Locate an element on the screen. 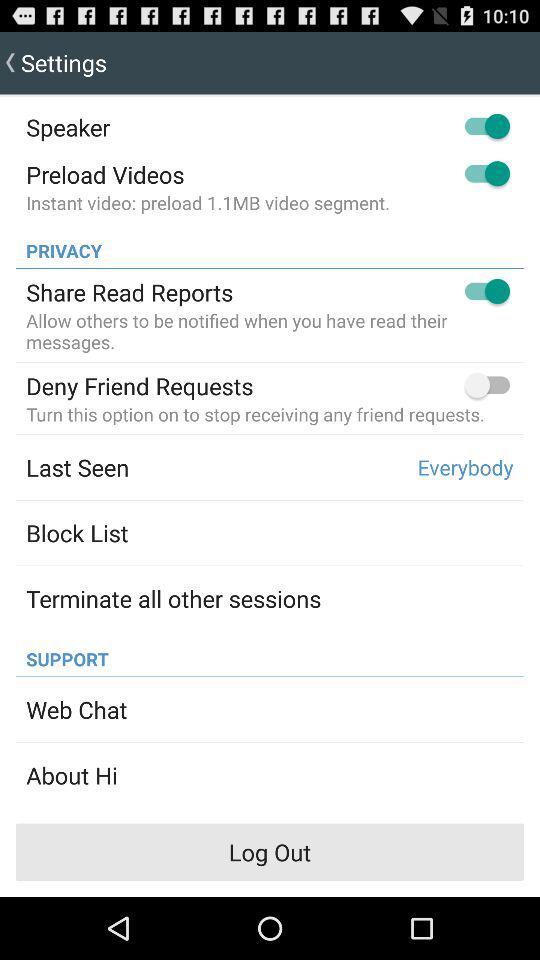  the icon below instant video preload is located at coordinates (58, 244).